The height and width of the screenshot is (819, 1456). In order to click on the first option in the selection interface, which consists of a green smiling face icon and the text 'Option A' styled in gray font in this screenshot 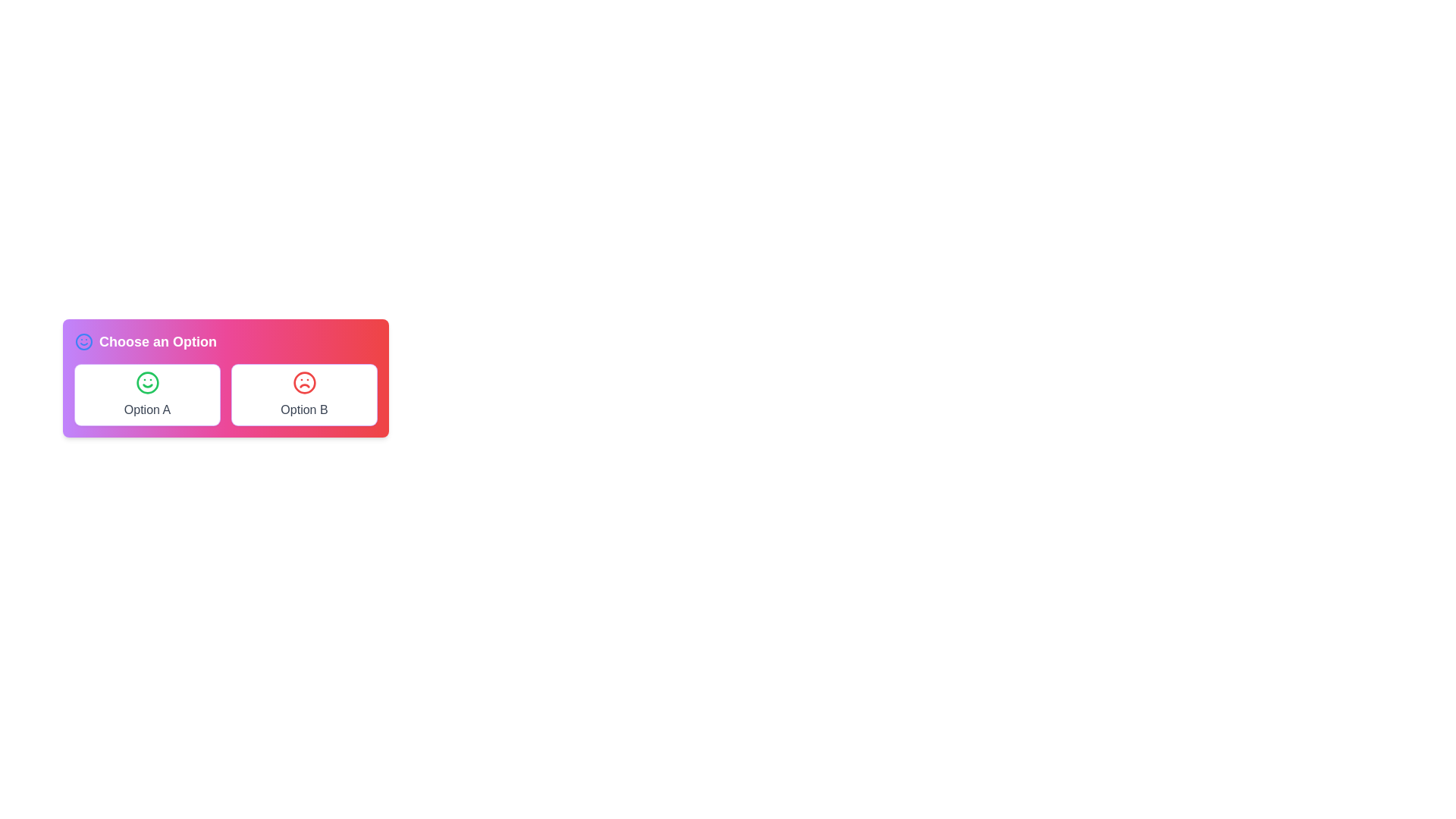, I will do `click(147, 394)`.